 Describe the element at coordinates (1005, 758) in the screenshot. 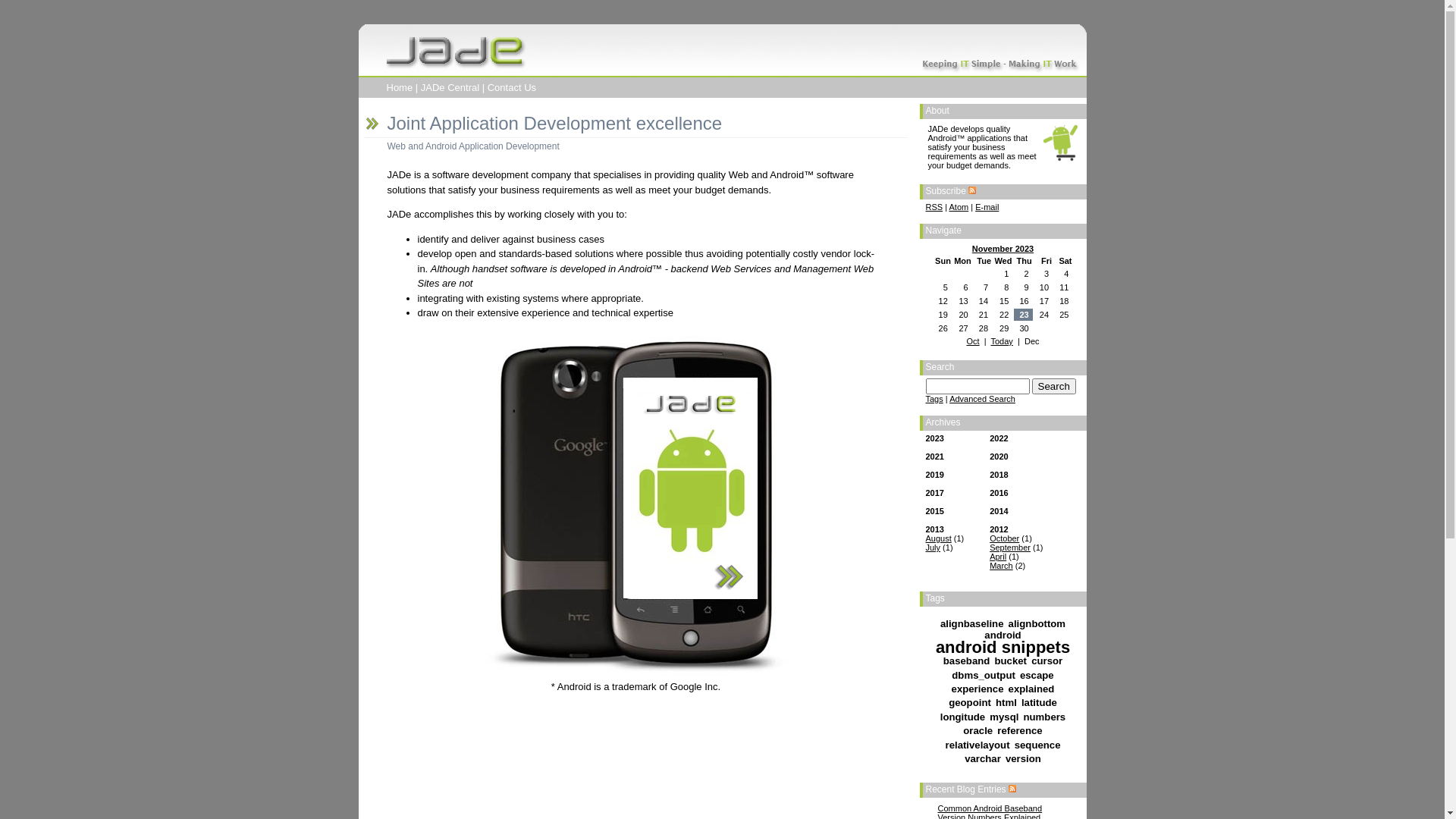

I see `'version'` at that location.